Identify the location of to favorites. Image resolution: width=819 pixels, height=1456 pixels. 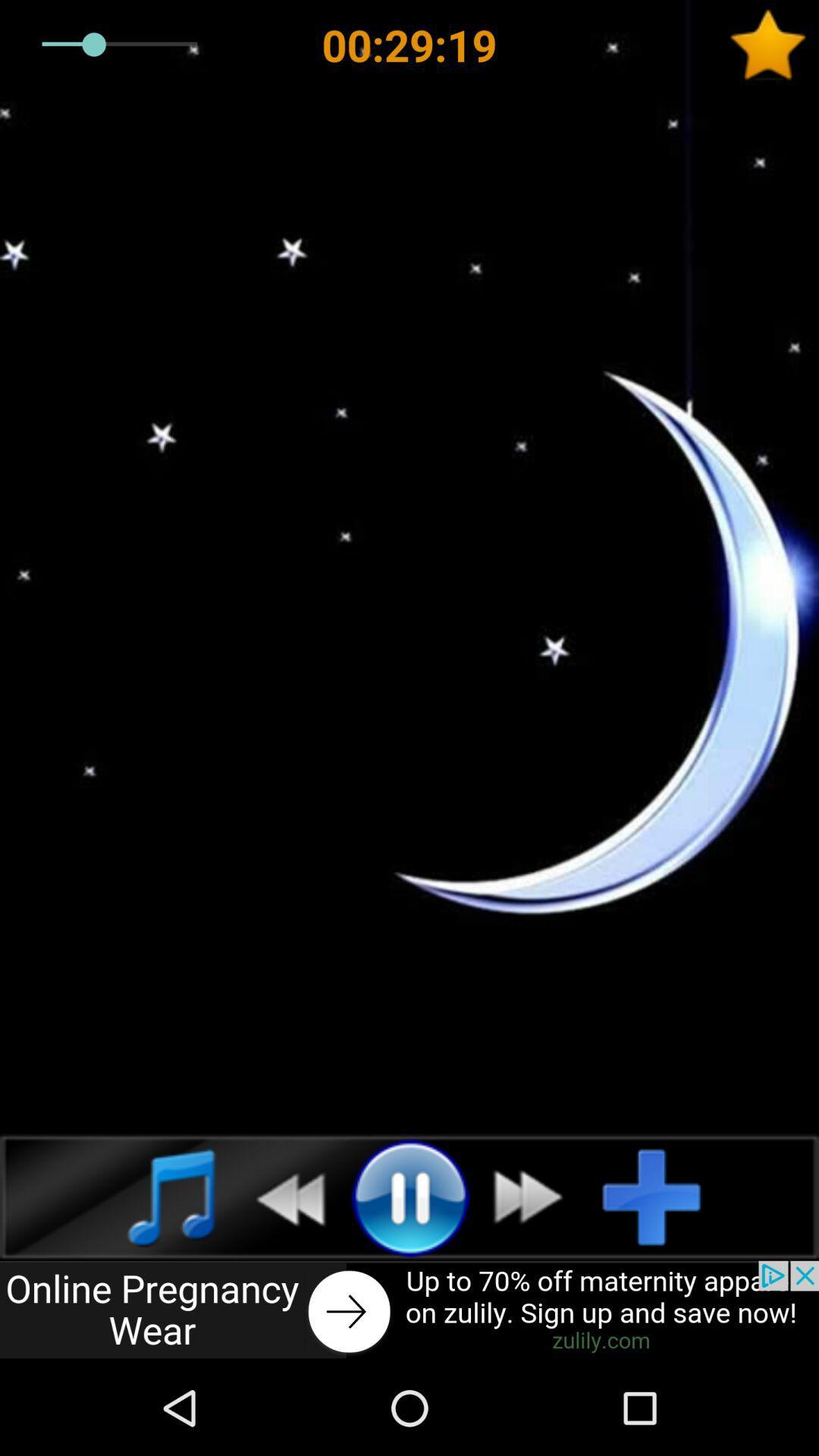
(773, 45).